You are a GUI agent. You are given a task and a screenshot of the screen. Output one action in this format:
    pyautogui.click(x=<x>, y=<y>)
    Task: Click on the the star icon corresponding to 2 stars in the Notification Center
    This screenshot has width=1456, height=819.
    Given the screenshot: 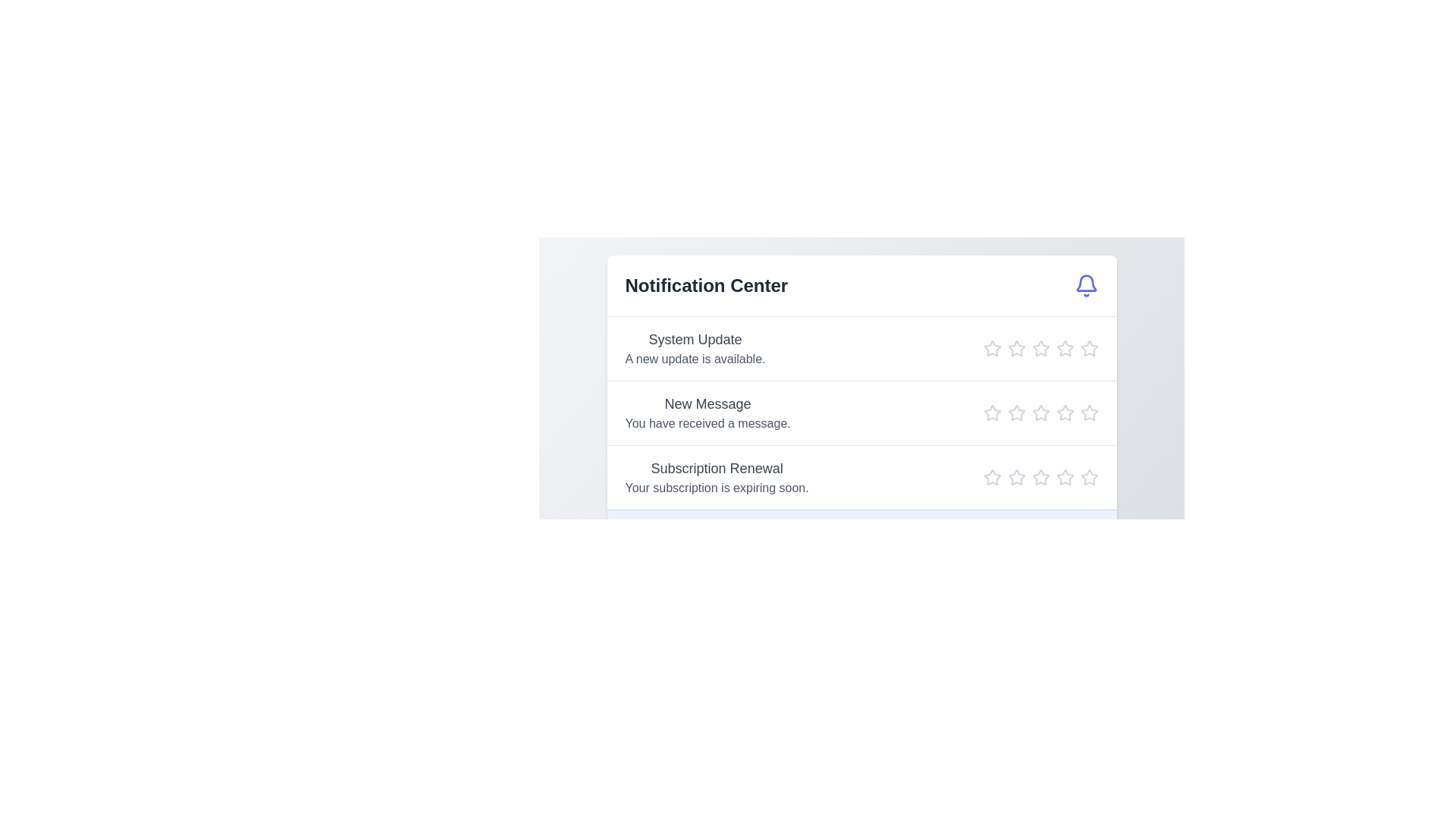 What is the action you would take?
    pyautogui.click(x=1016, y=348)
    